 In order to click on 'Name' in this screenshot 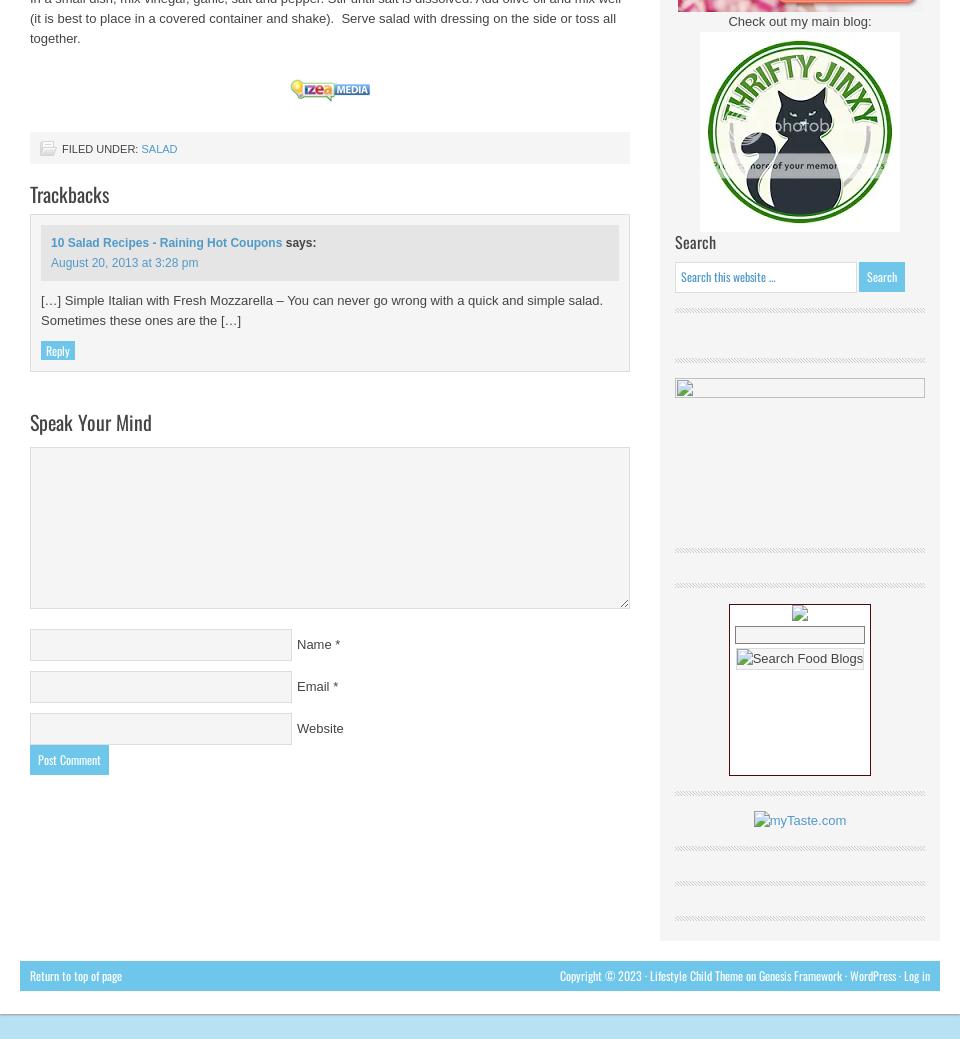, I will do `click(296, 644)`.